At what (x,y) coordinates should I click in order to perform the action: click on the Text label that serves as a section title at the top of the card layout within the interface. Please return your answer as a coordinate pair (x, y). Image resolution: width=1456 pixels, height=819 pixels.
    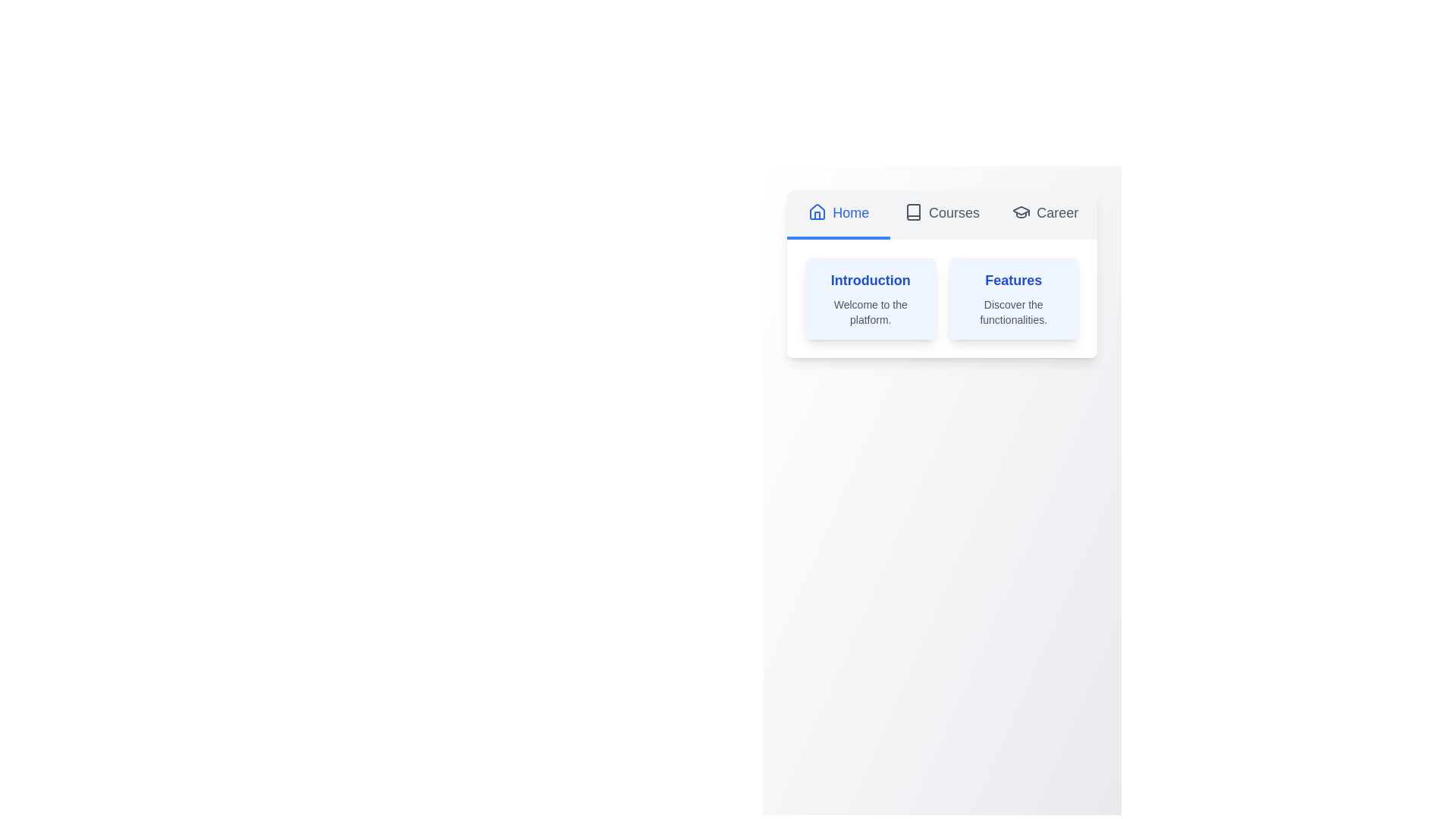
    Looking at the image, I should click on (871, 281).